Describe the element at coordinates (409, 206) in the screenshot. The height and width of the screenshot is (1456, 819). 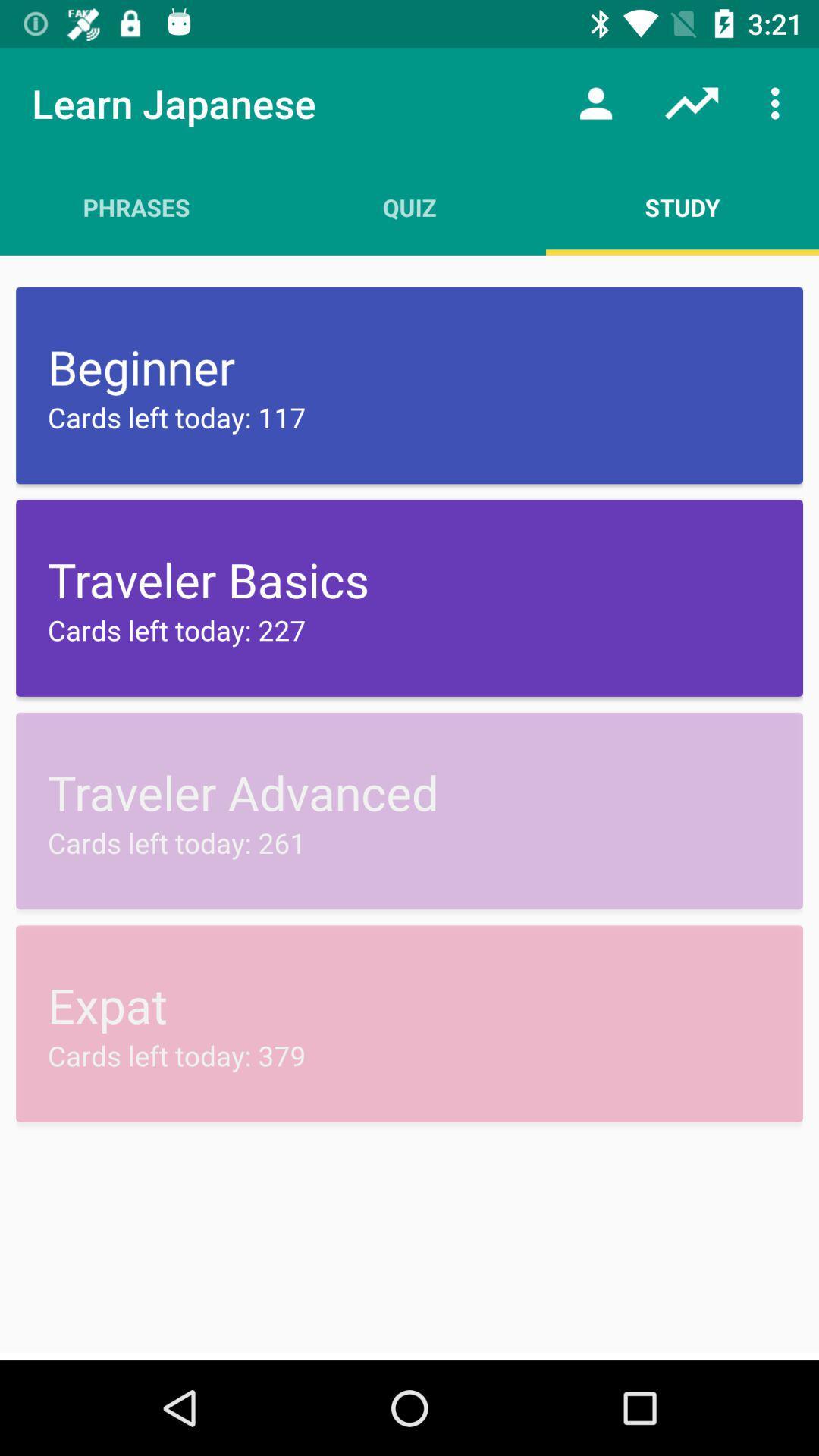
I see `app to the right of phrases` at that location.